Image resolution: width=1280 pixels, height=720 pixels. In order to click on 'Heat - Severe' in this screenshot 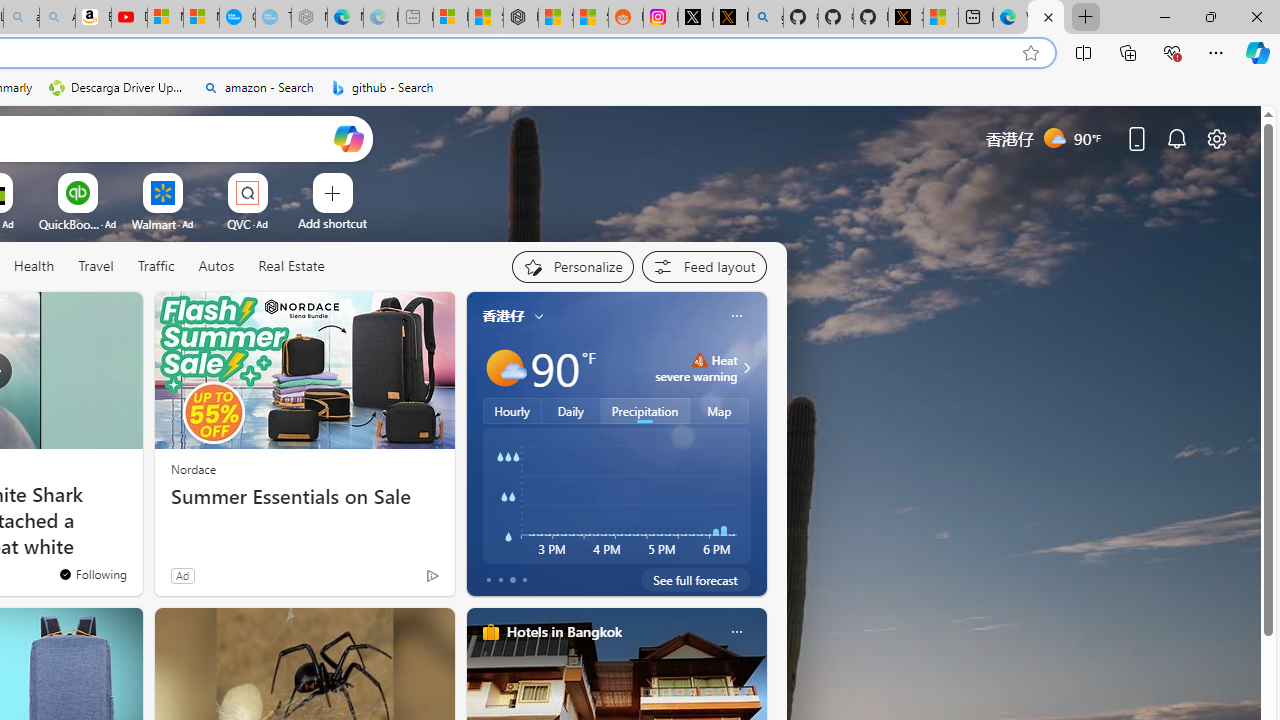, I will do `click(699, 360)`.